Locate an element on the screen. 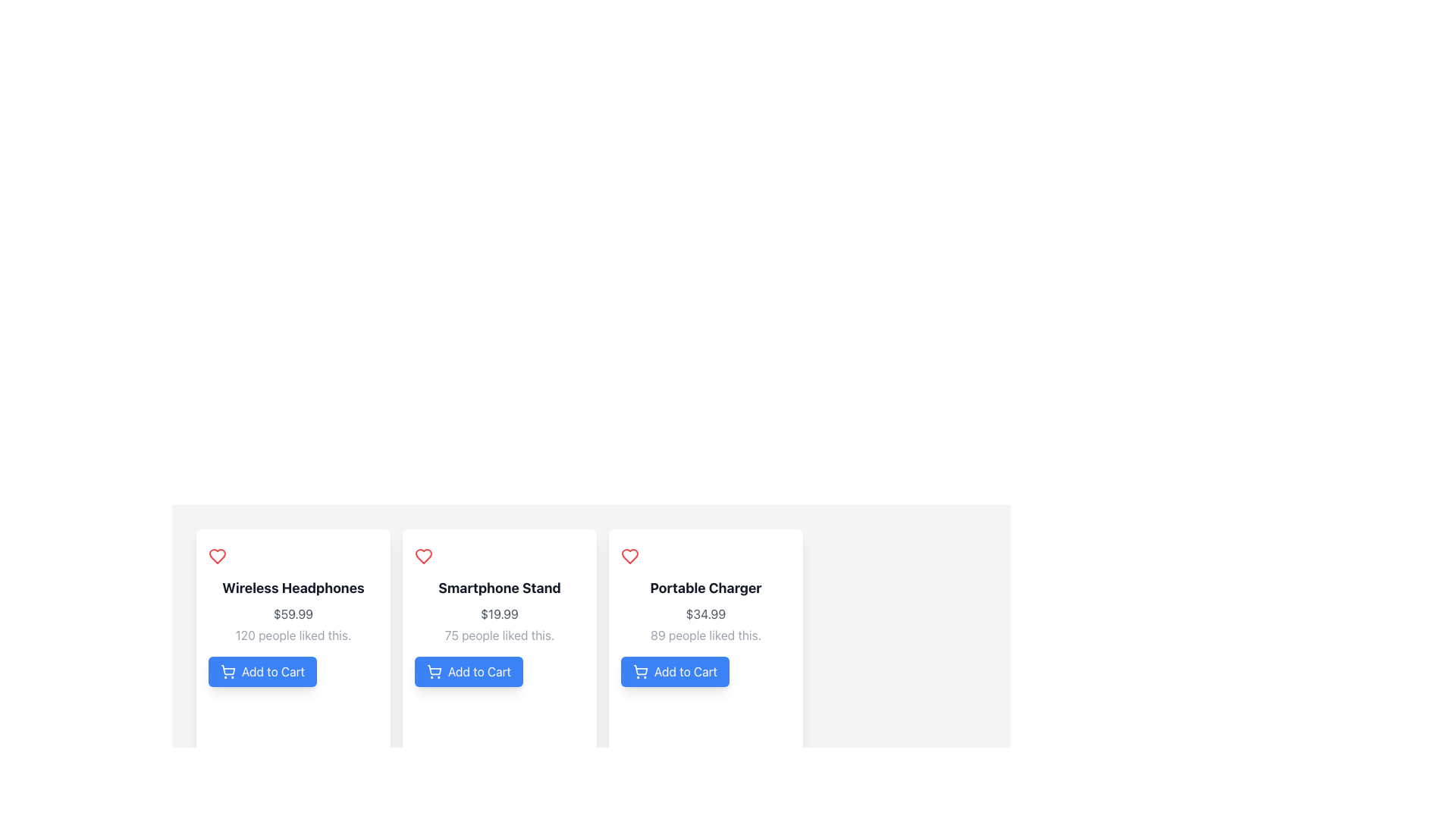  the blue 'Add to Cart' button with rounded corners located below the text '120 people liked this' in the 'Wireless Headphones' card to change its color is located at coordinates (262, 671).